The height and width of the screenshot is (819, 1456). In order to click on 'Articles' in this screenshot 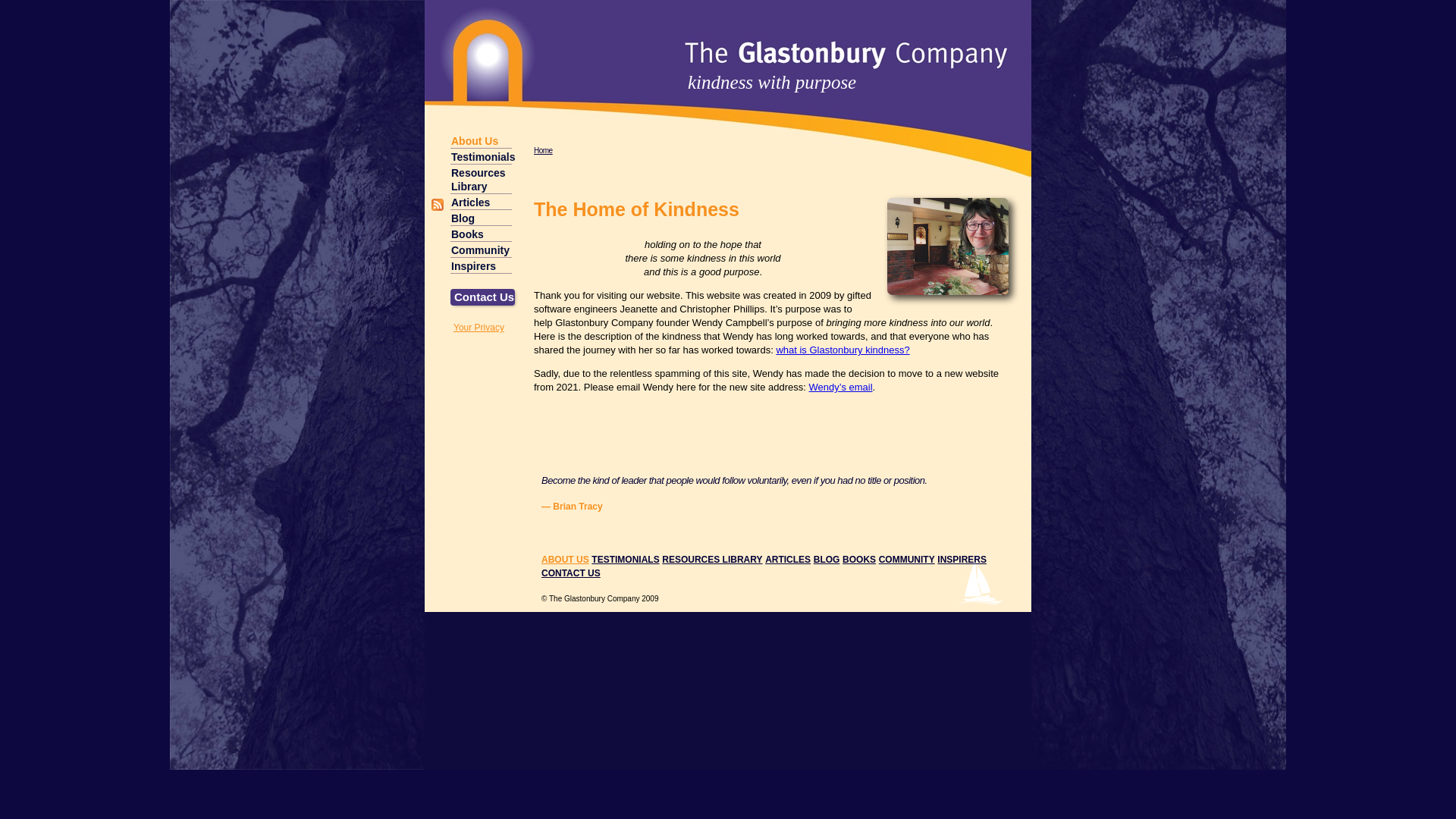, I will do `click(480, 201)`.